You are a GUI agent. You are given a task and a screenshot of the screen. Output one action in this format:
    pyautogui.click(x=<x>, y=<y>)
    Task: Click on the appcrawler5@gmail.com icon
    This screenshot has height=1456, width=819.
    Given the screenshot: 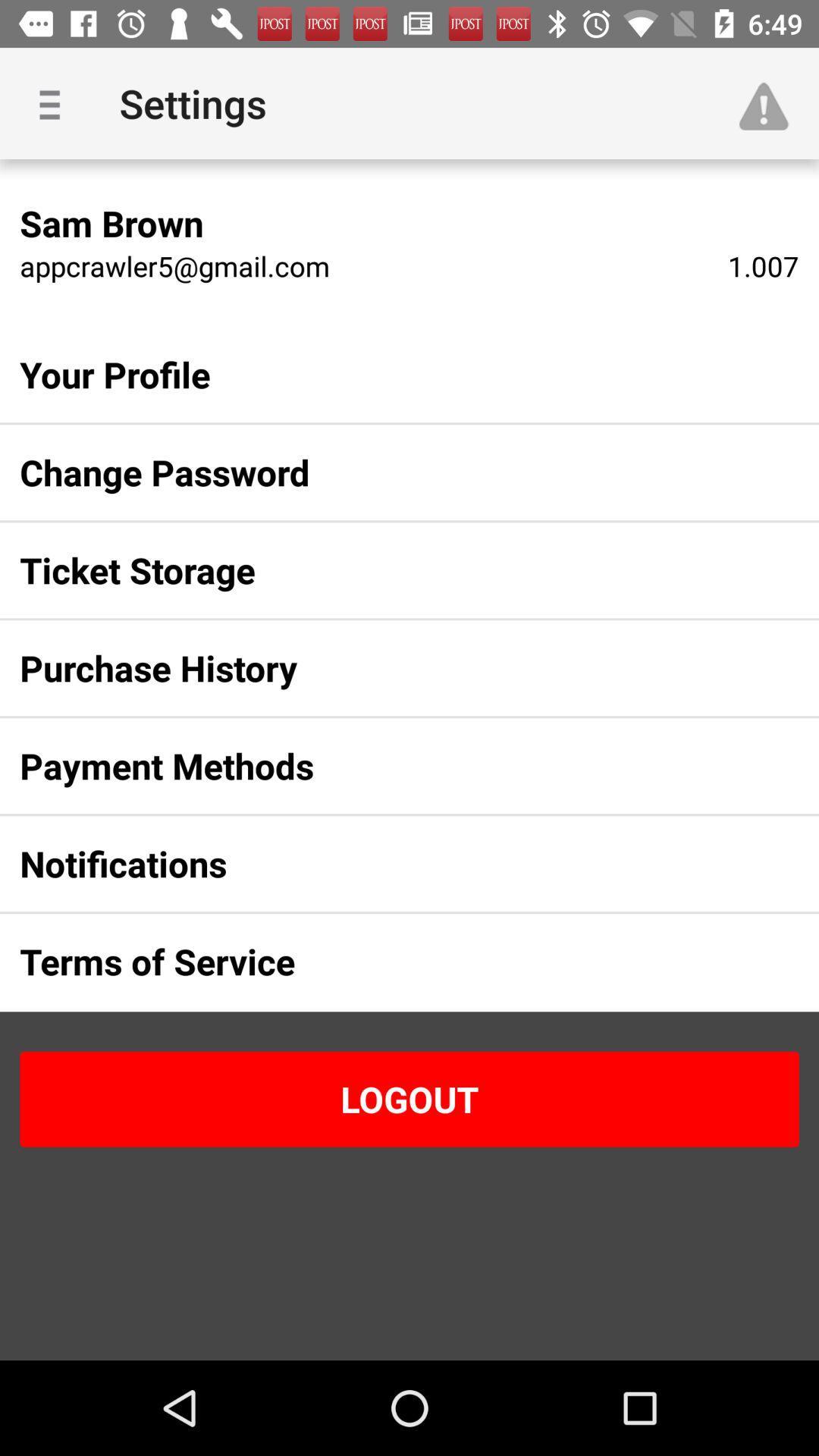 What is the action you would take?
    pyautogui.click(x=174, y=265)
    